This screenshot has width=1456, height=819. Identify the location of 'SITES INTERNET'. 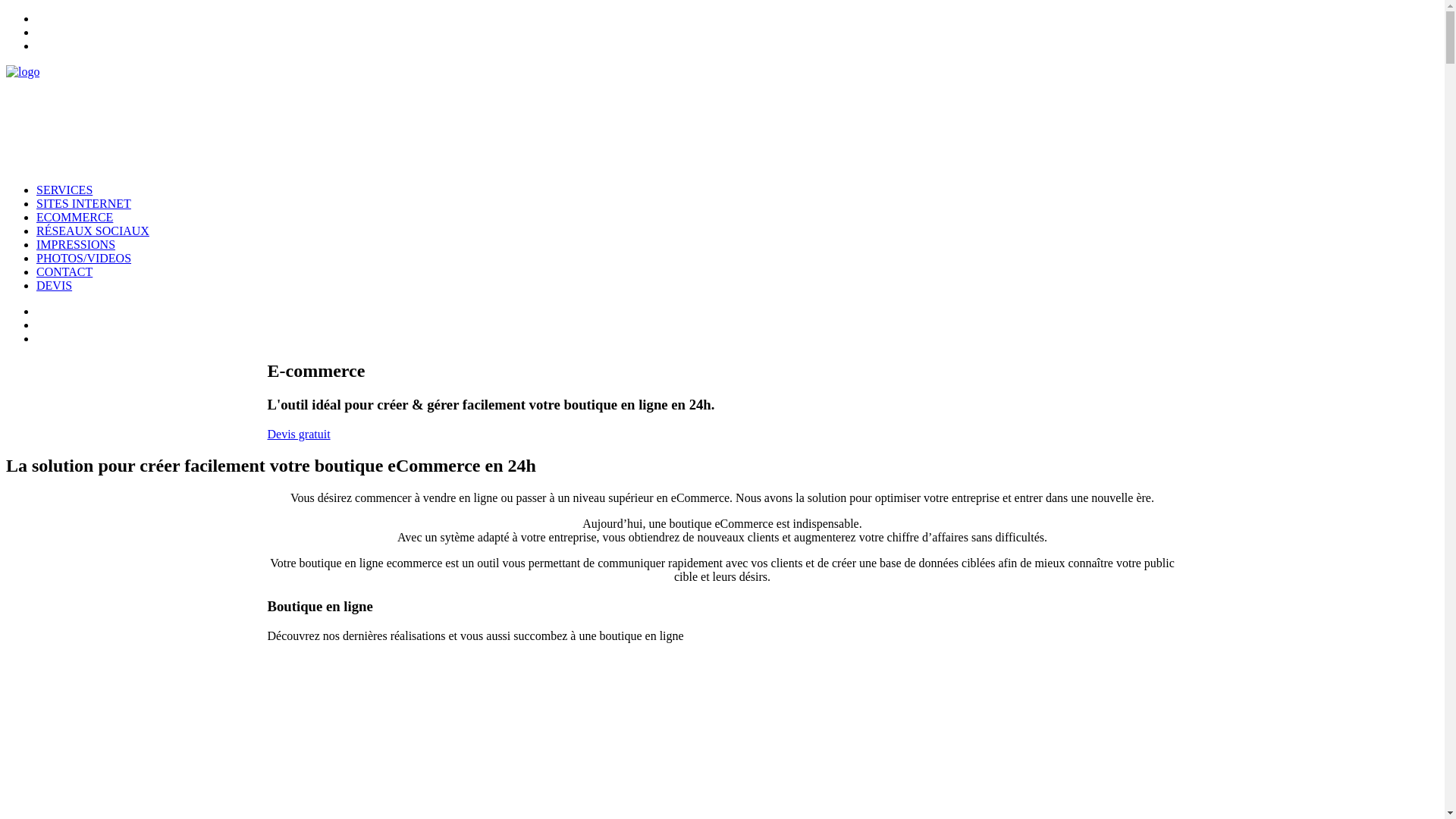
(83, 202).